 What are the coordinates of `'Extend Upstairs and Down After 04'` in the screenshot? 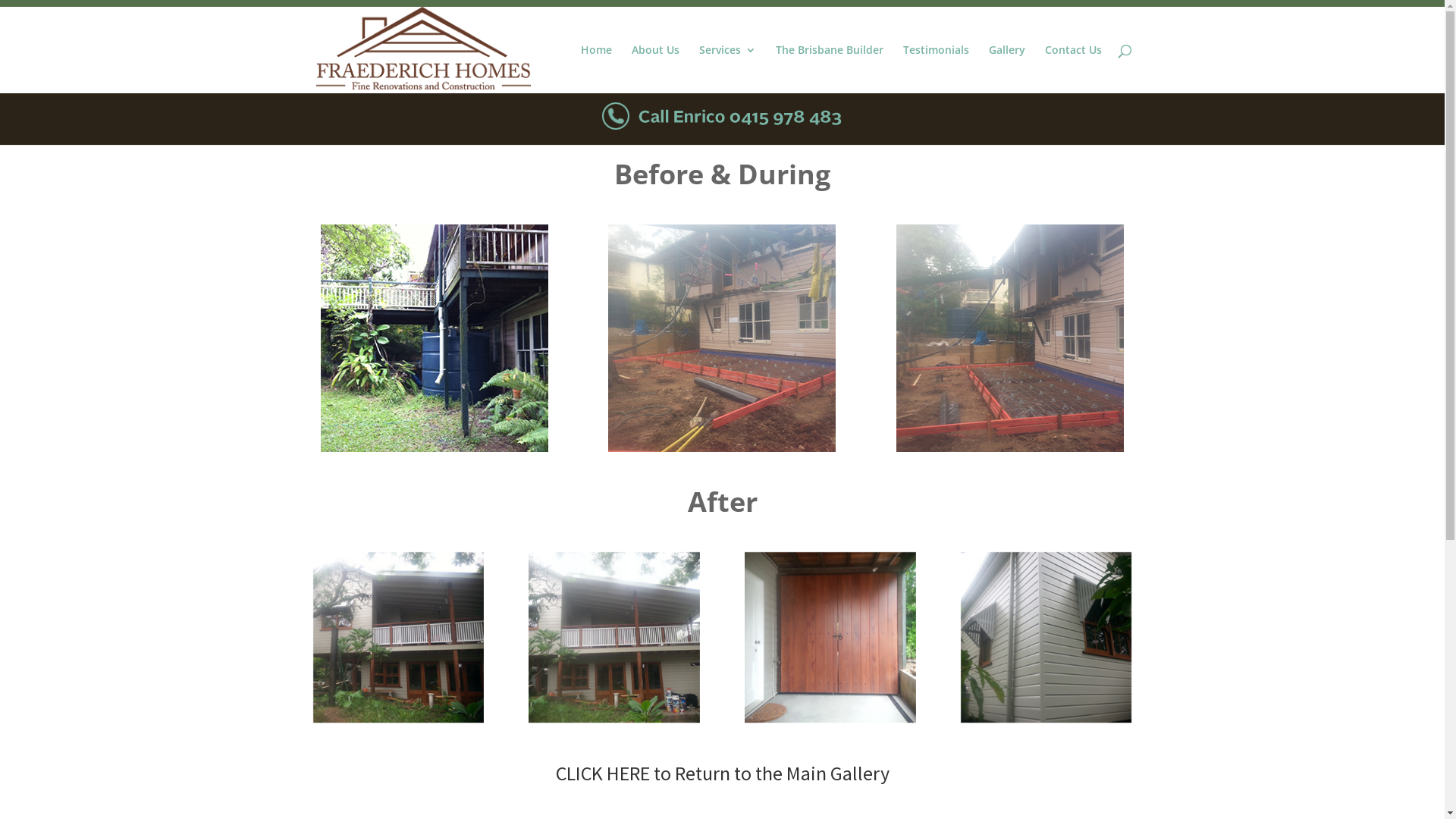 It's located at (1045, 637).